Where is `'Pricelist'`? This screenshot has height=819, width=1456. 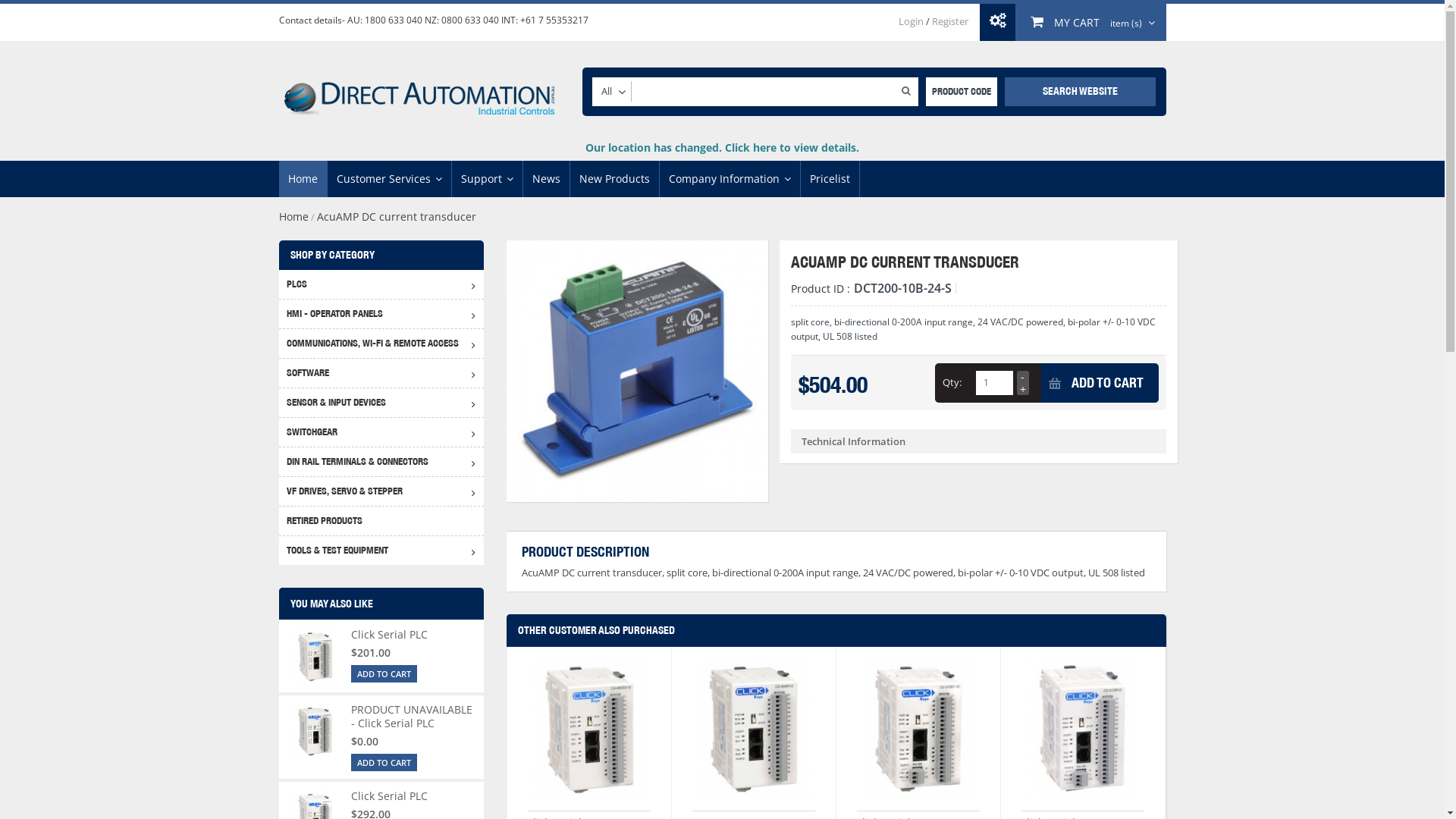
'Pricelist' is located at coordinates (829, 177).